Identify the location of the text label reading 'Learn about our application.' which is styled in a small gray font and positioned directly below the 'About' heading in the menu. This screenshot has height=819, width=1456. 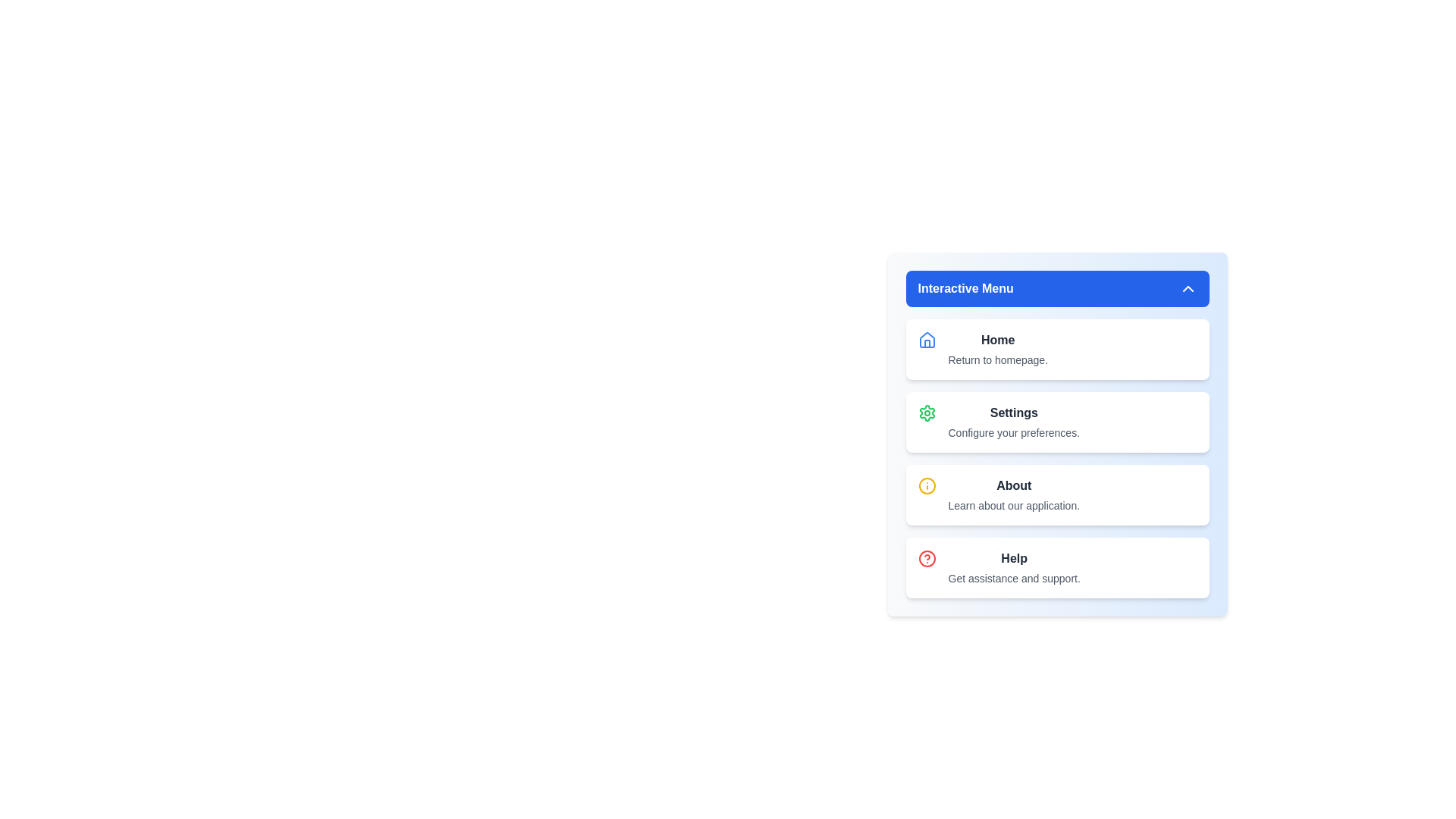
(1014, 506).